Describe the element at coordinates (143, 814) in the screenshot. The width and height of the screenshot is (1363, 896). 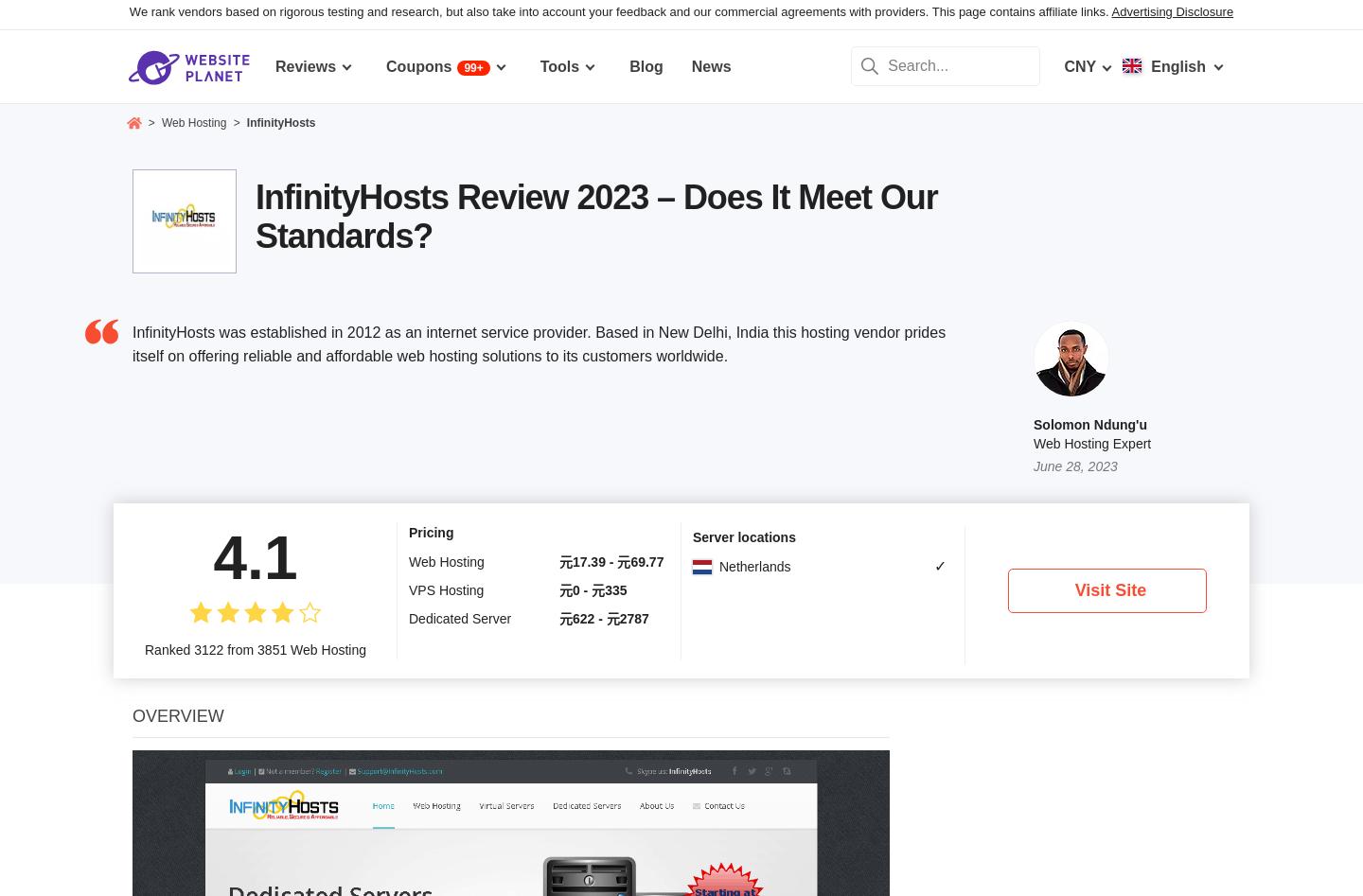
I see `'We hosted the same WordPress website on the most popular web hosting platforms and measured their performance'` at that location.